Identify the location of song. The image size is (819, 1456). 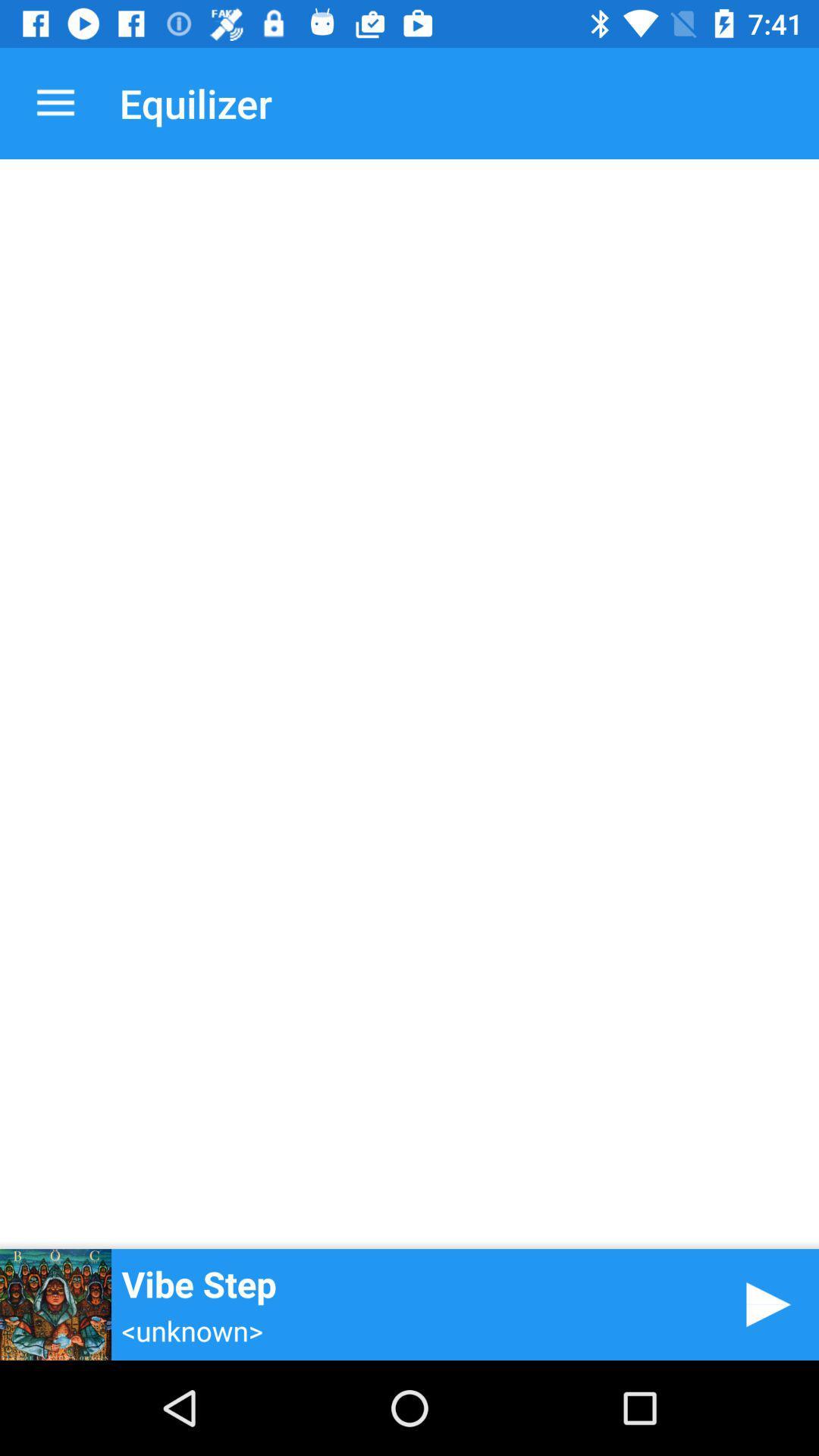
(763, 1304).